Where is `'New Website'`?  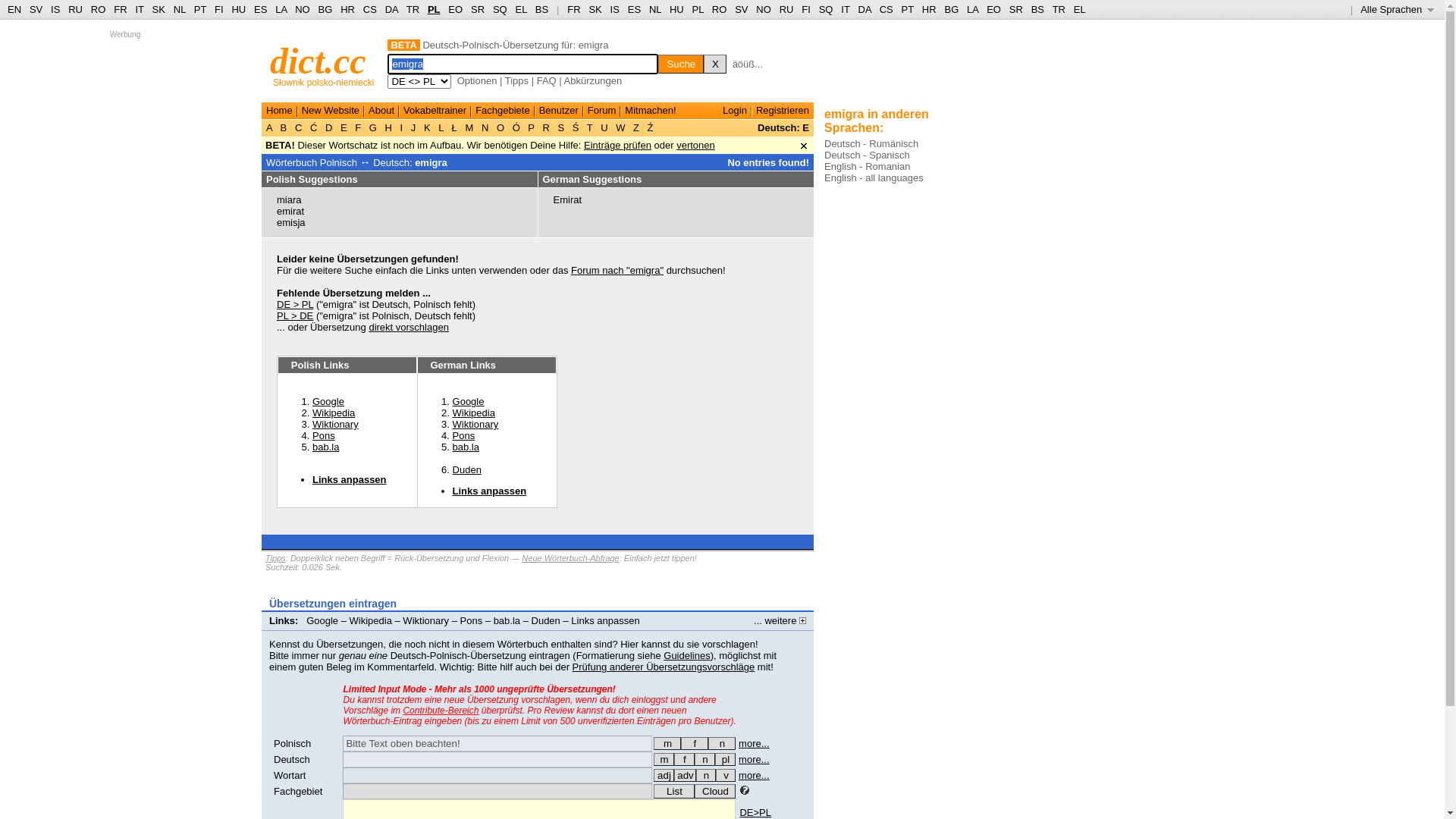 'New Website' is located at coordinates (330, 109).